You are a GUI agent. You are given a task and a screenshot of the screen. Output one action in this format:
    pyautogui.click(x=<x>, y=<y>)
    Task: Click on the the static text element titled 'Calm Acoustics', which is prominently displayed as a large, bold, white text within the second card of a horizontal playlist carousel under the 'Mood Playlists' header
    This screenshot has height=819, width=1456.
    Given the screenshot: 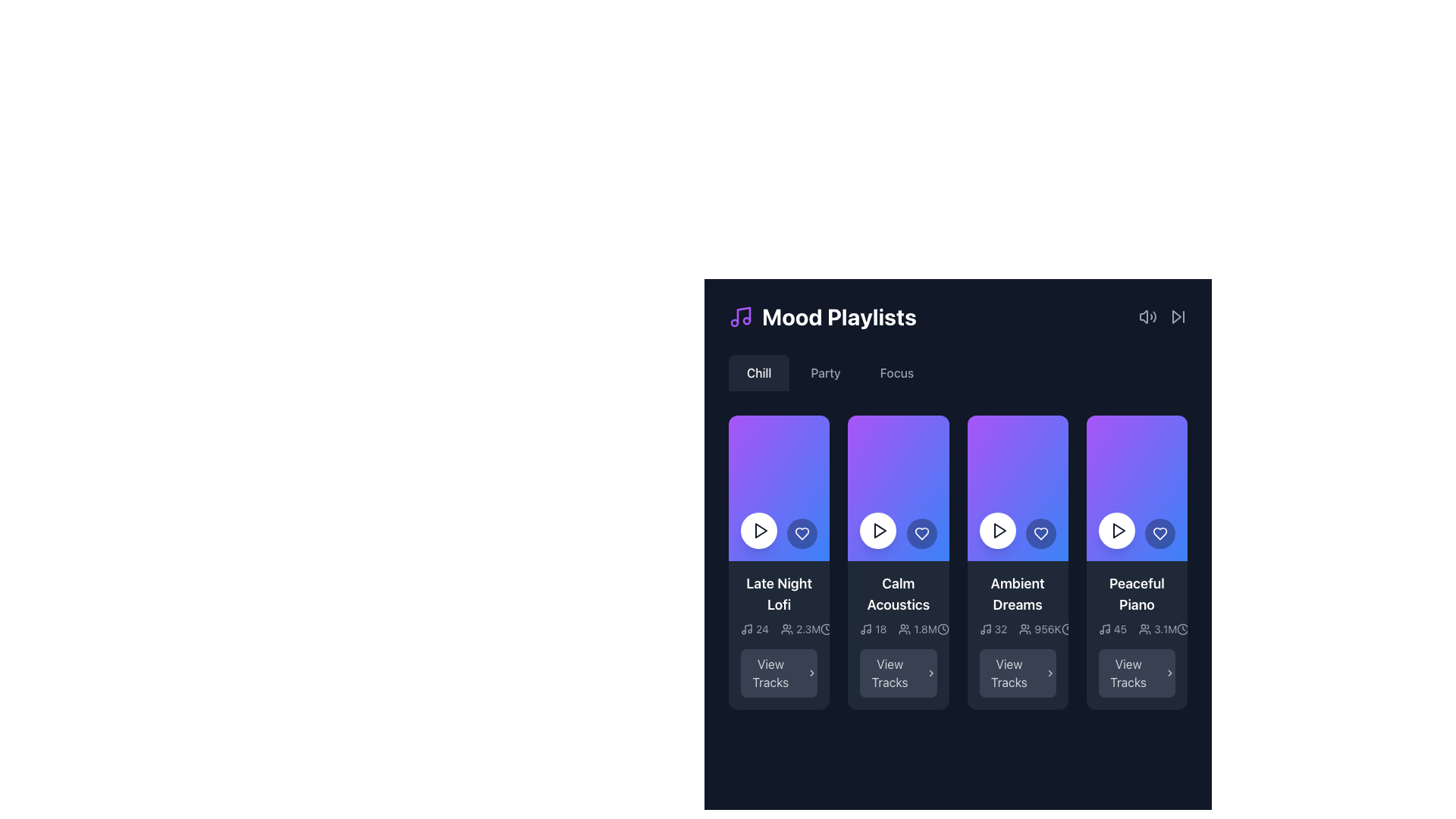 What is the action you would take?
    pyautogui.click(x=898, y=593)
    